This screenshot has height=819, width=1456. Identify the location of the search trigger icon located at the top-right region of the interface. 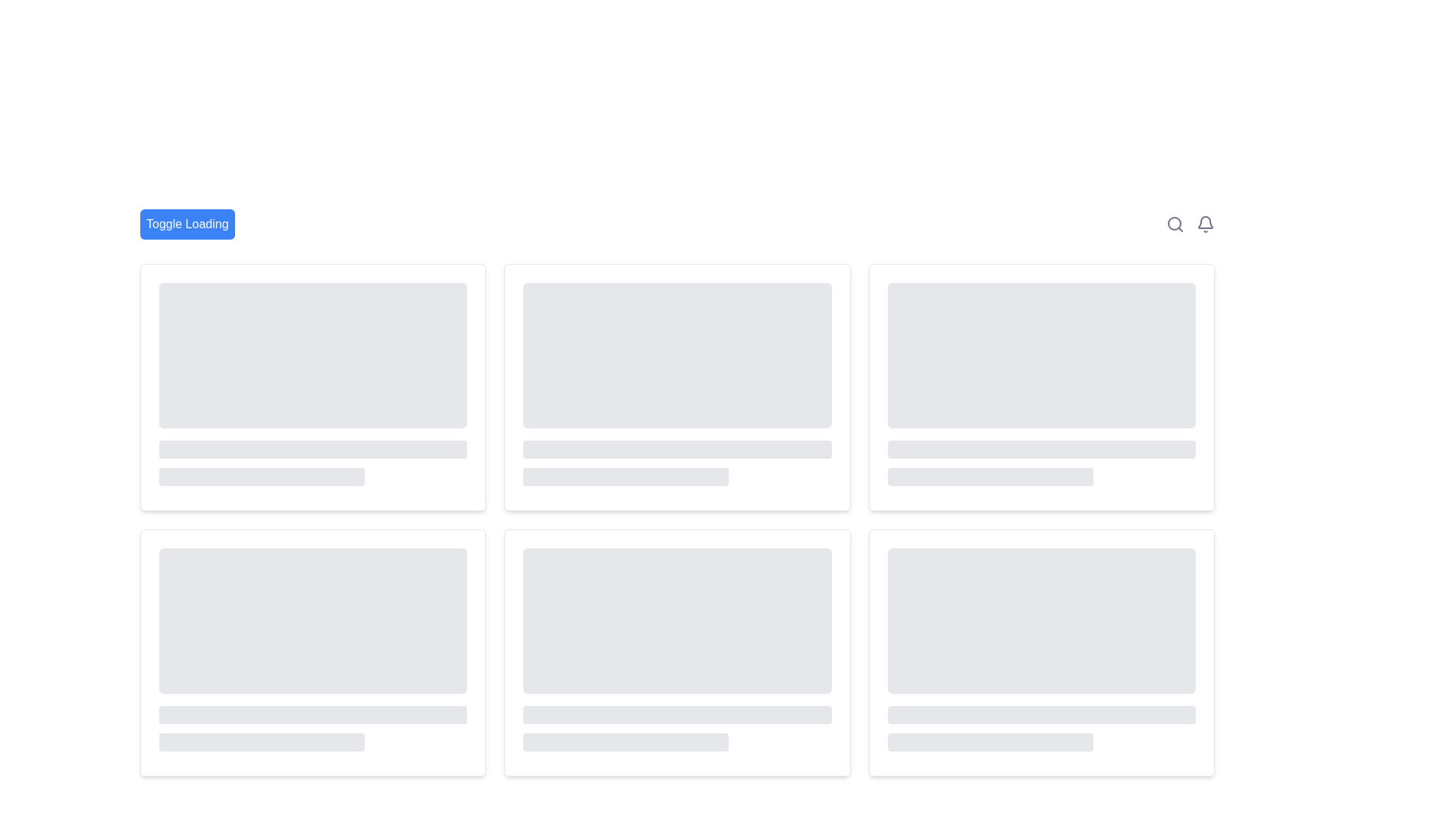
(1175, 224).